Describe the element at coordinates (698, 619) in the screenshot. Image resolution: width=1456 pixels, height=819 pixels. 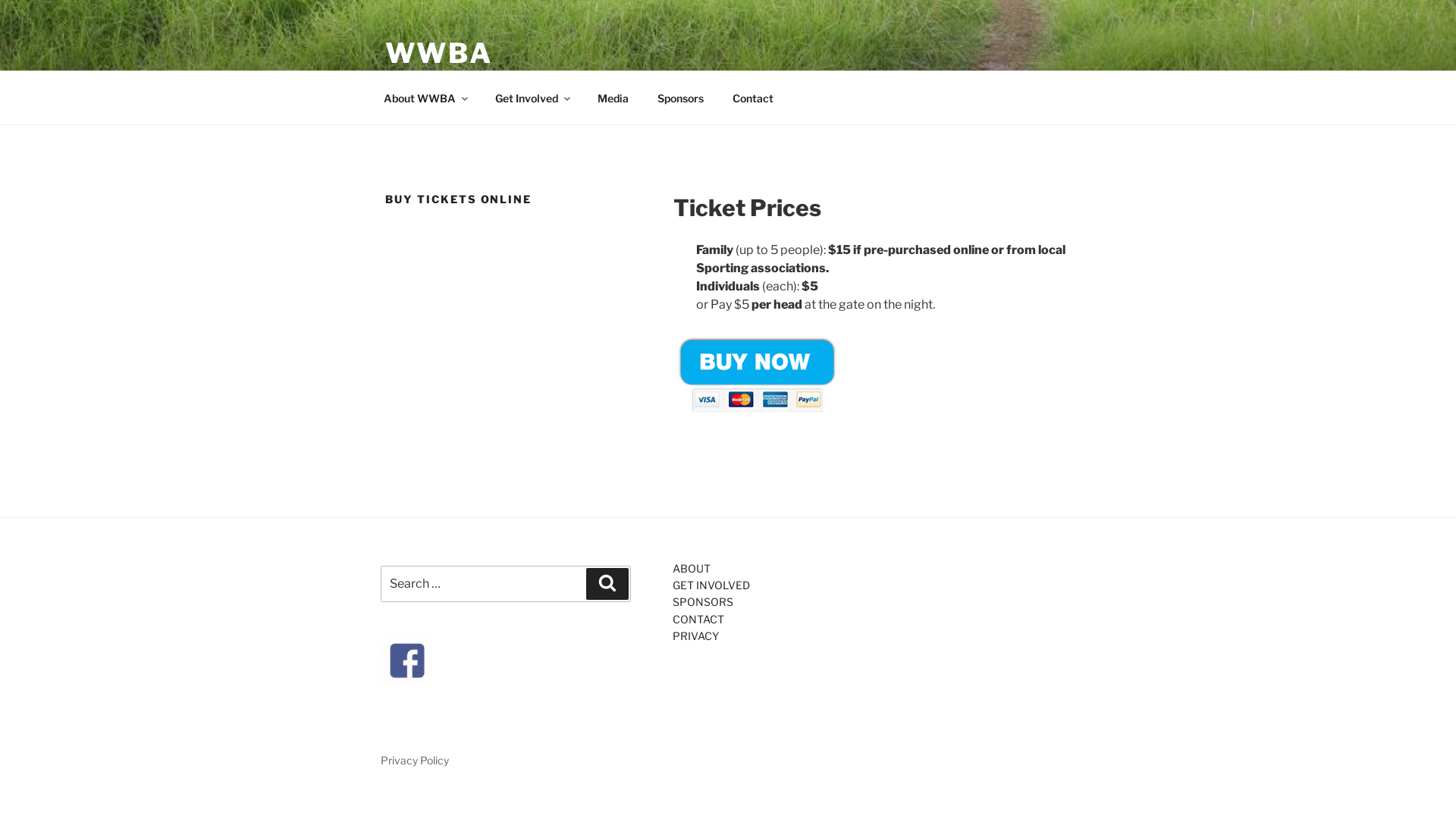
I see `'CONTACT'` at that location.